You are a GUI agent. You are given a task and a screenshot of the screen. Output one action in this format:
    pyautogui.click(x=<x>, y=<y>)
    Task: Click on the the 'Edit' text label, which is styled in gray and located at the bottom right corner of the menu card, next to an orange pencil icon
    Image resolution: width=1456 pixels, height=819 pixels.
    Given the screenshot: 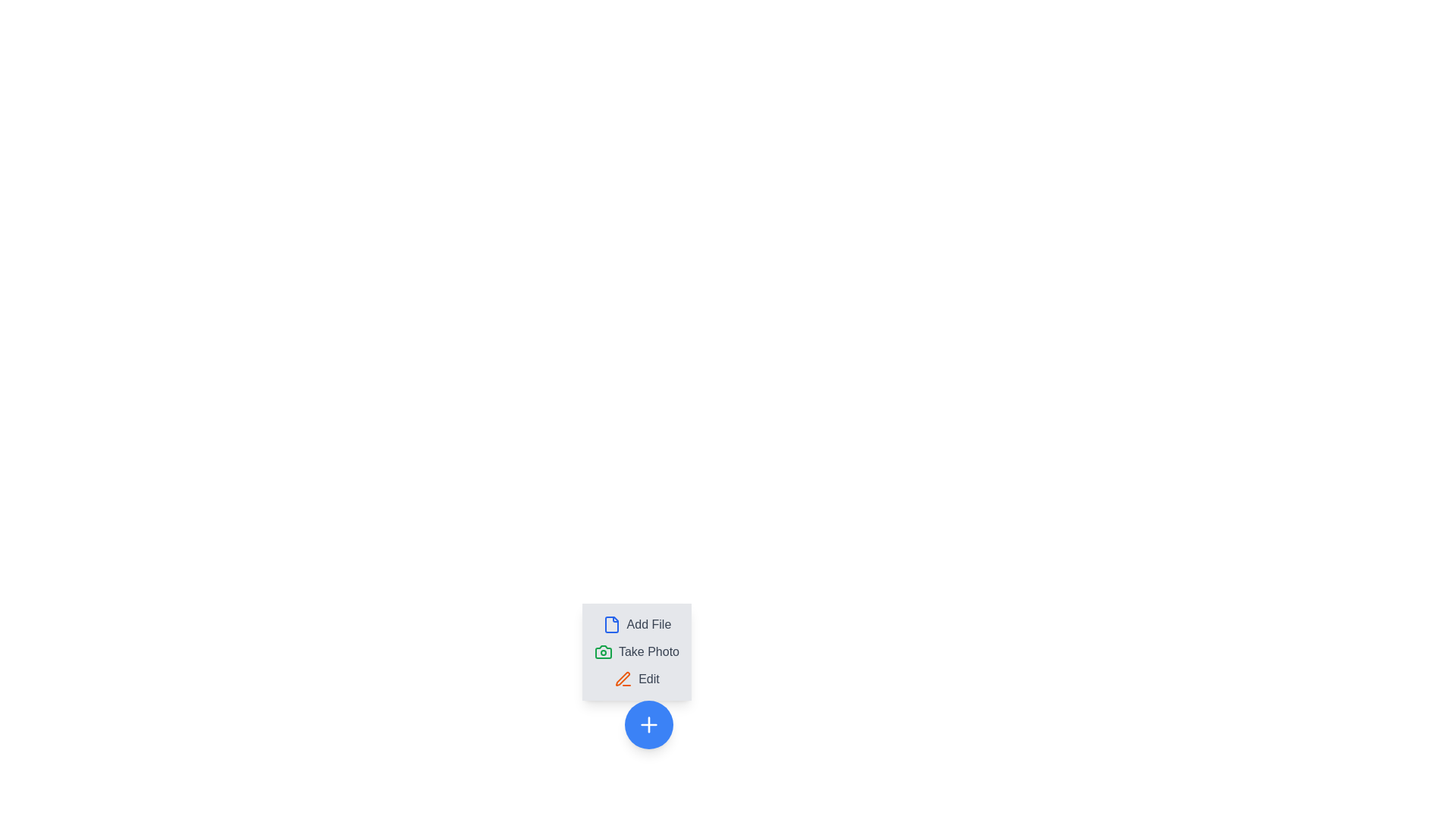 What is the action you would take?
    pyautogui.click(x=648, y=678)
    